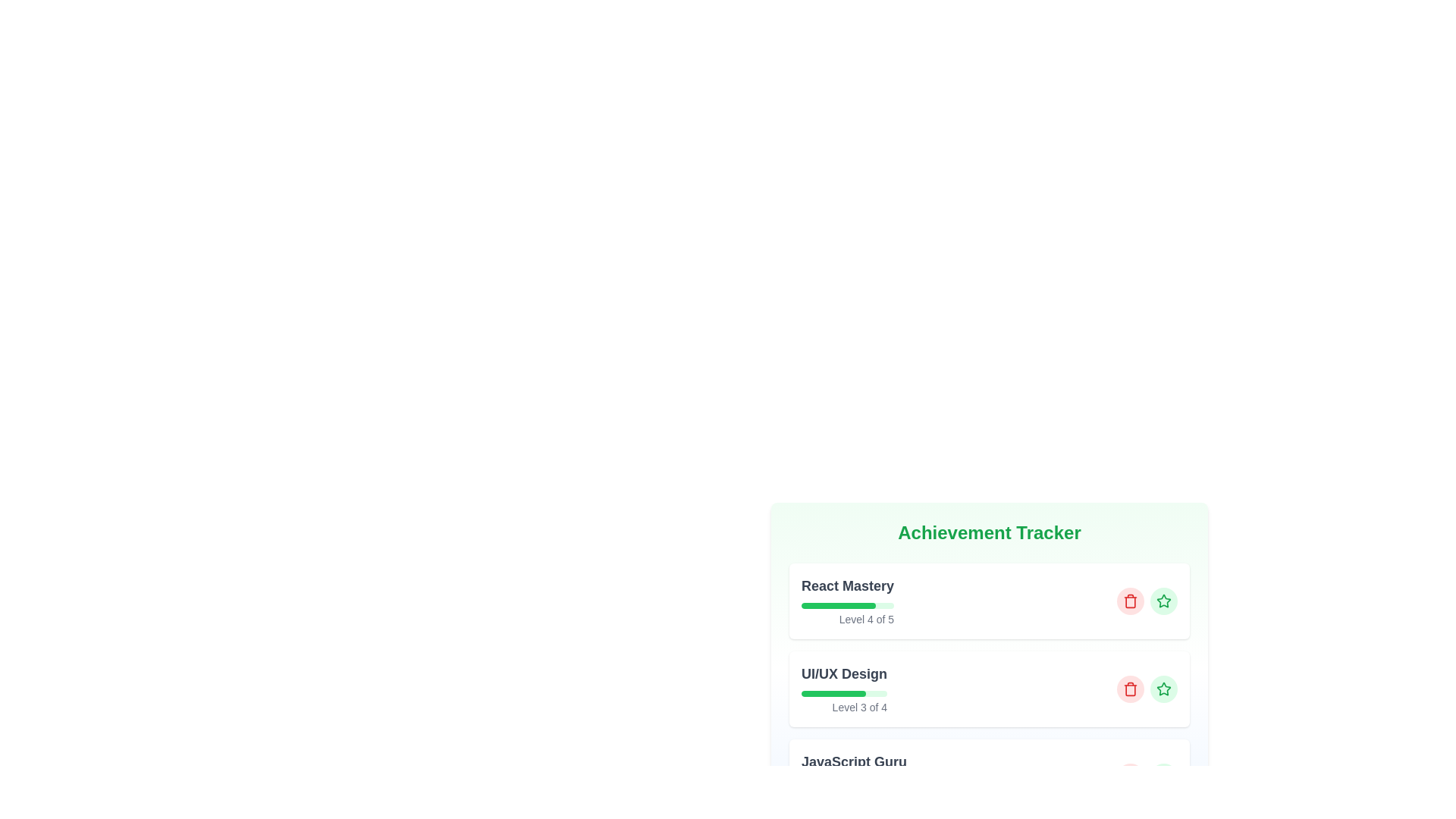 The width and height of the screenshot is (1456, 819). I want to click on the progress bar representing the completion level of 'React Mastery', which shows 80% completion and is located below the 'React Mastery' text and above the 'Level 4 of 5' text, so click(847, 604).